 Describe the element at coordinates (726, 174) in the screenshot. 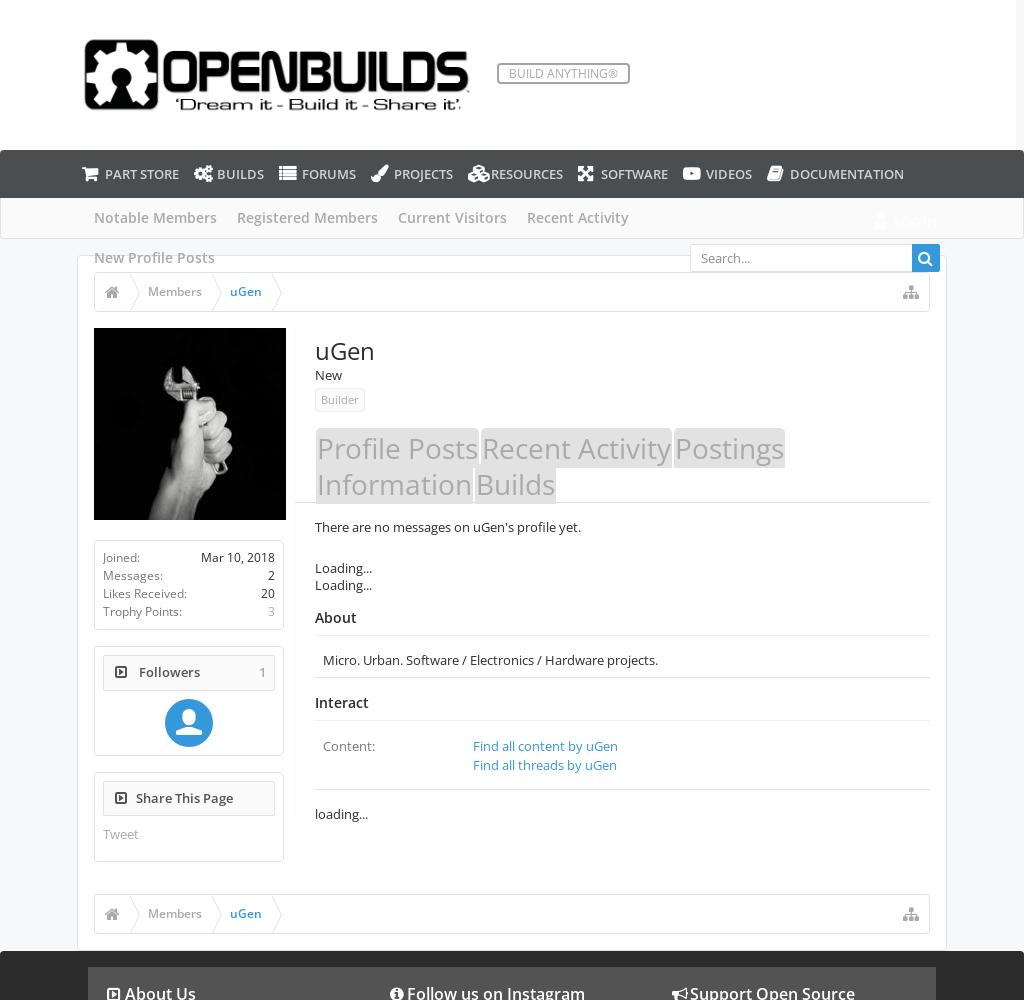

I see `'VIDEOS'` at that location.